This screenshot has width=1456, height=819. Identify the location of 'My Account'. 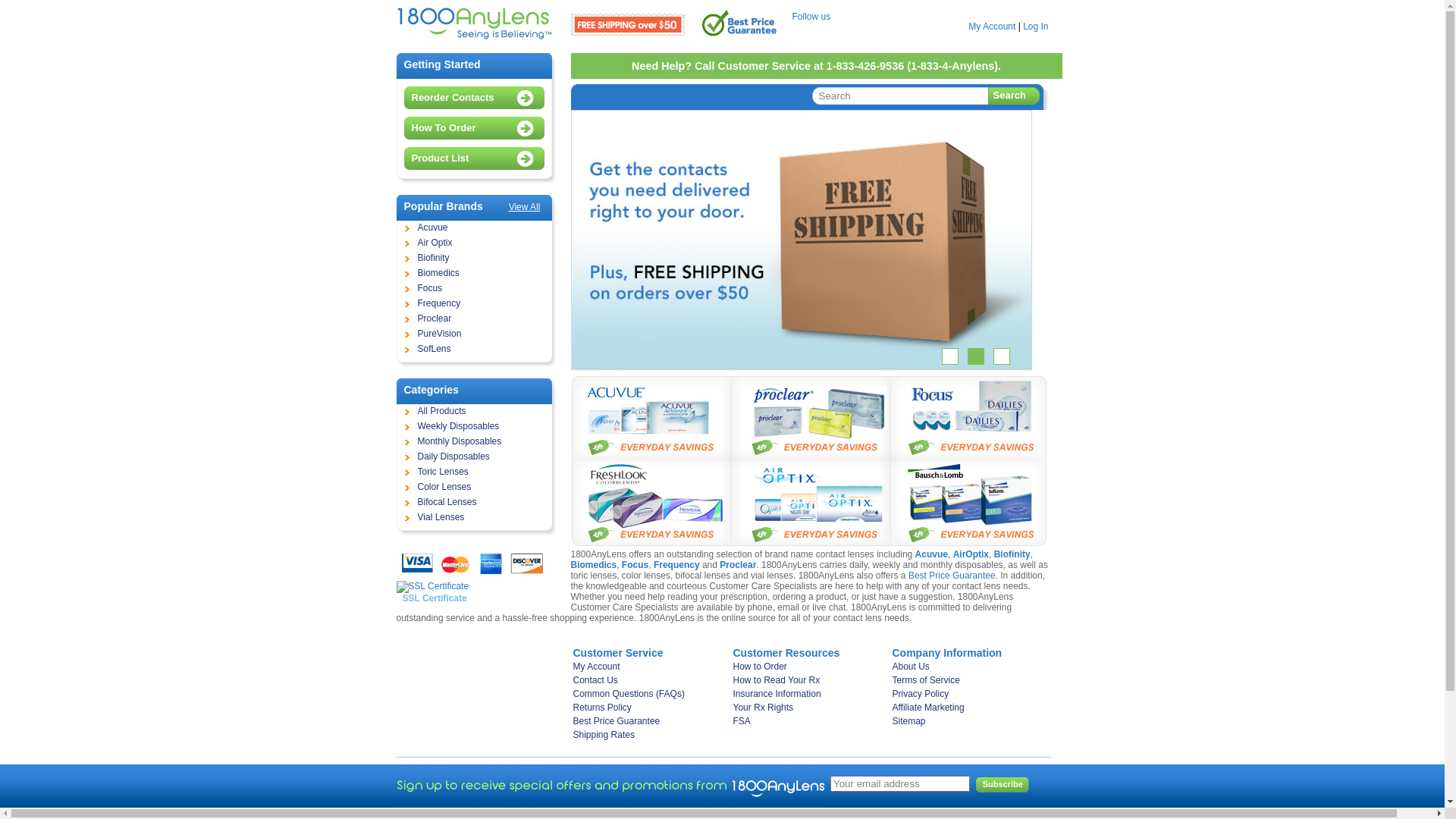
(967, 26).